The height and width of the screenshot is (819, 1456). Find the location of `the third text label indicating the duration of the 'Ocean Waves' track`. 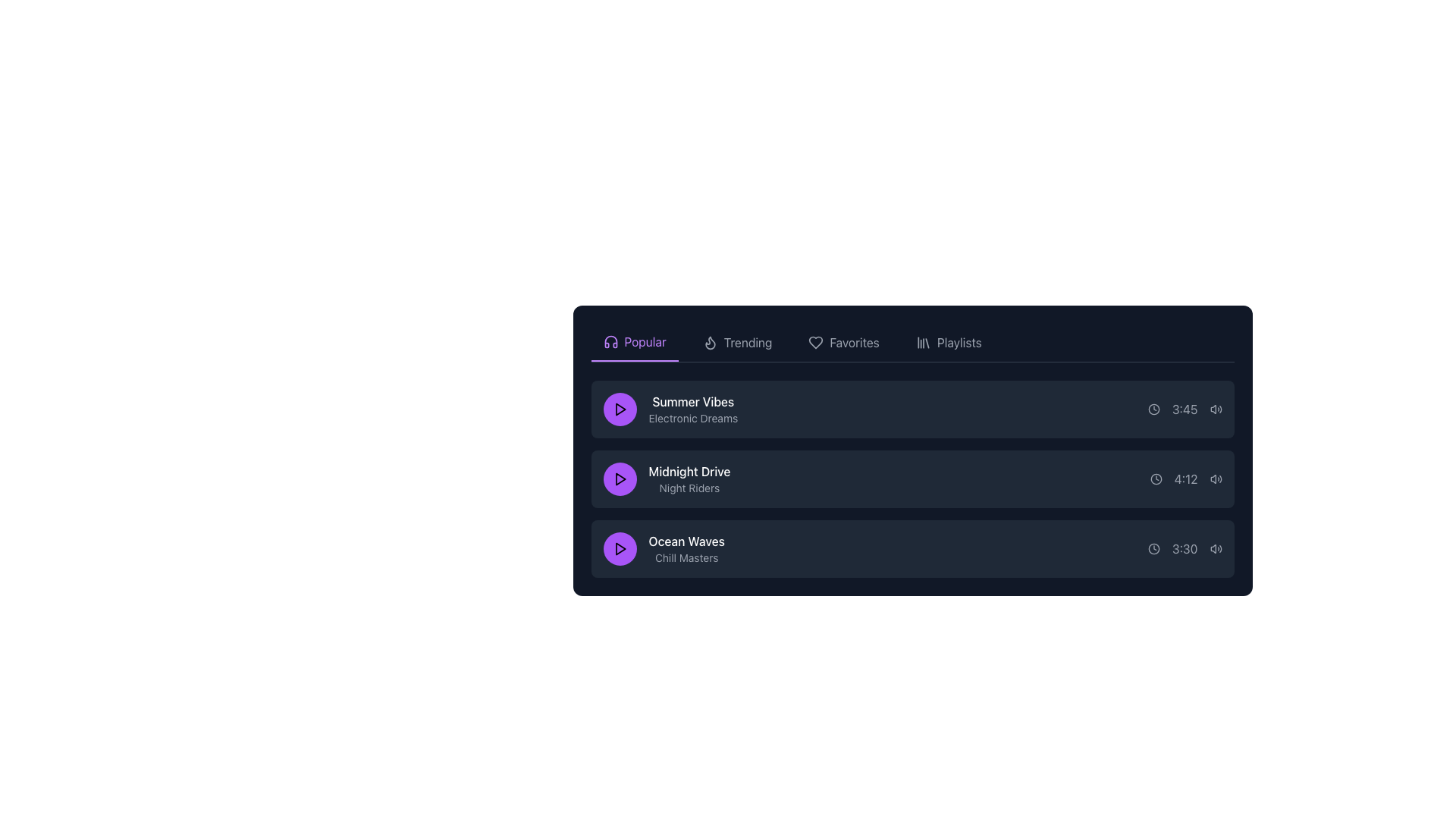

the third text label indicating the duration of the 'Ocean Waves' track is located at coordinates (1184, 549).